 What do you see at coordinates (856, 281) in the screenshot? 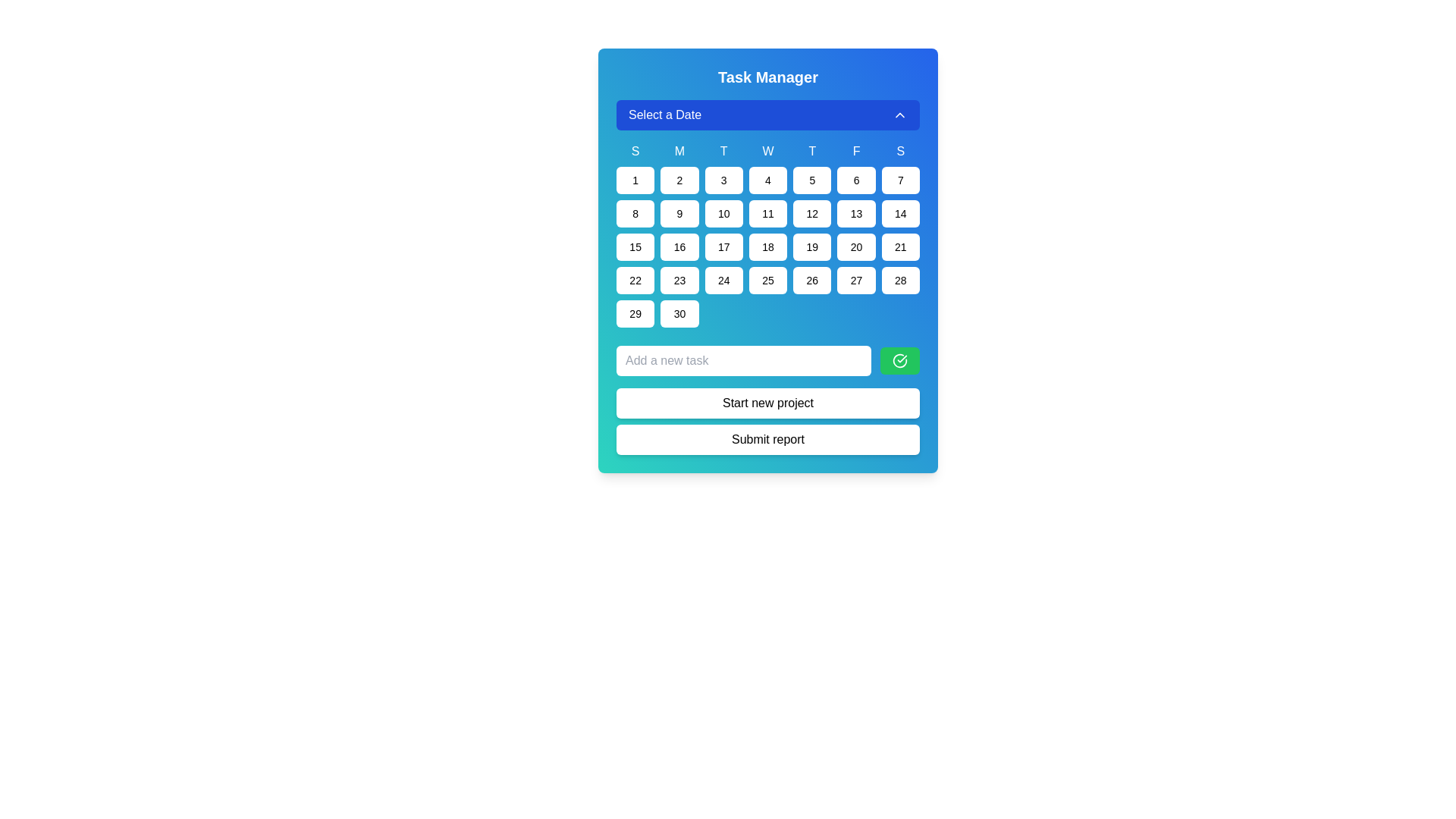
I see `the button displaying the number '27' located in the bottom-right corner of the calendar grid` at bounding box center [856, 281].